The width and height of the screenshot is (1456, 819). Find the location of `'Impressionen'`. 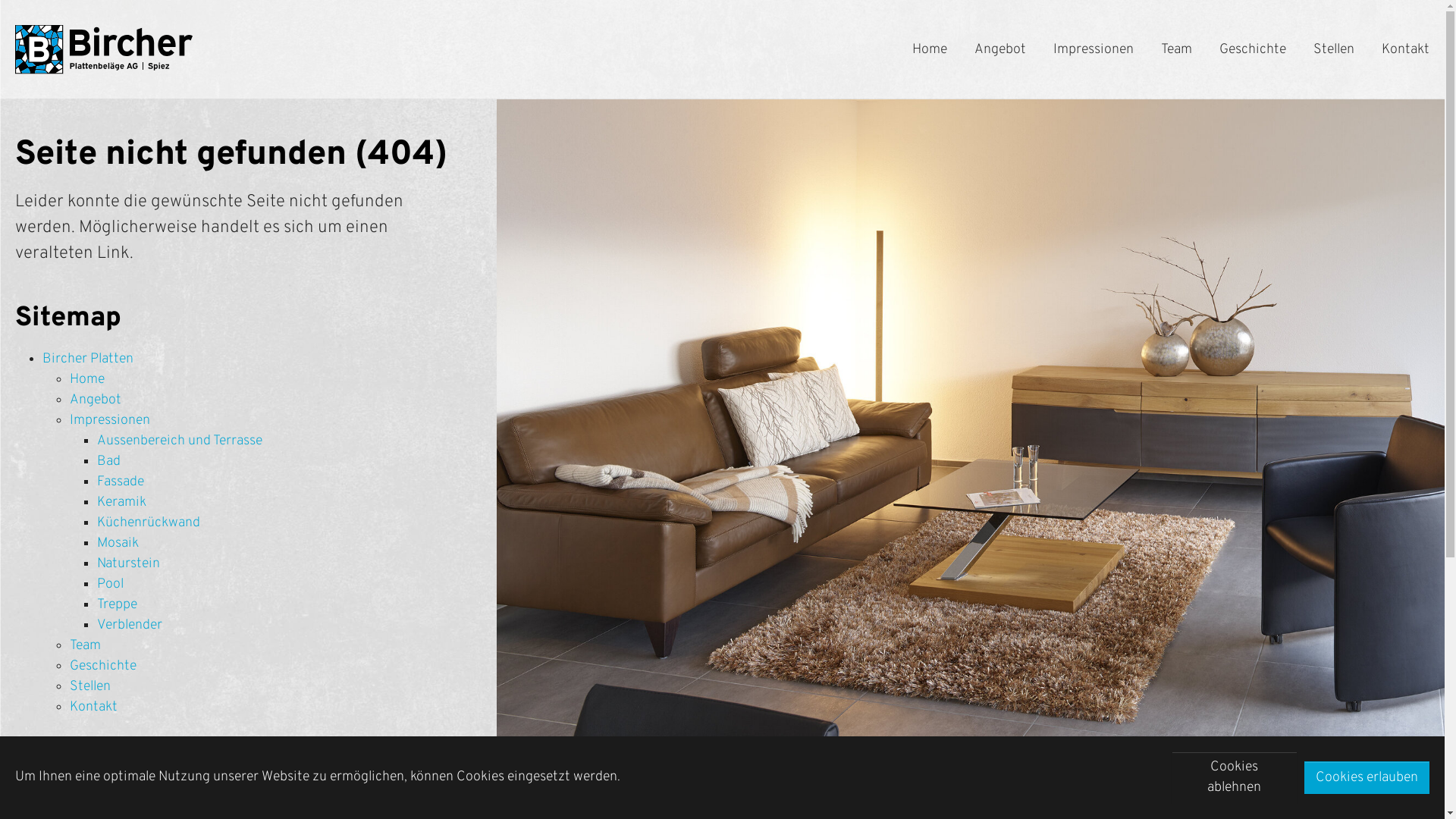

'Impressionen' is located at coordinates (1093, 48).